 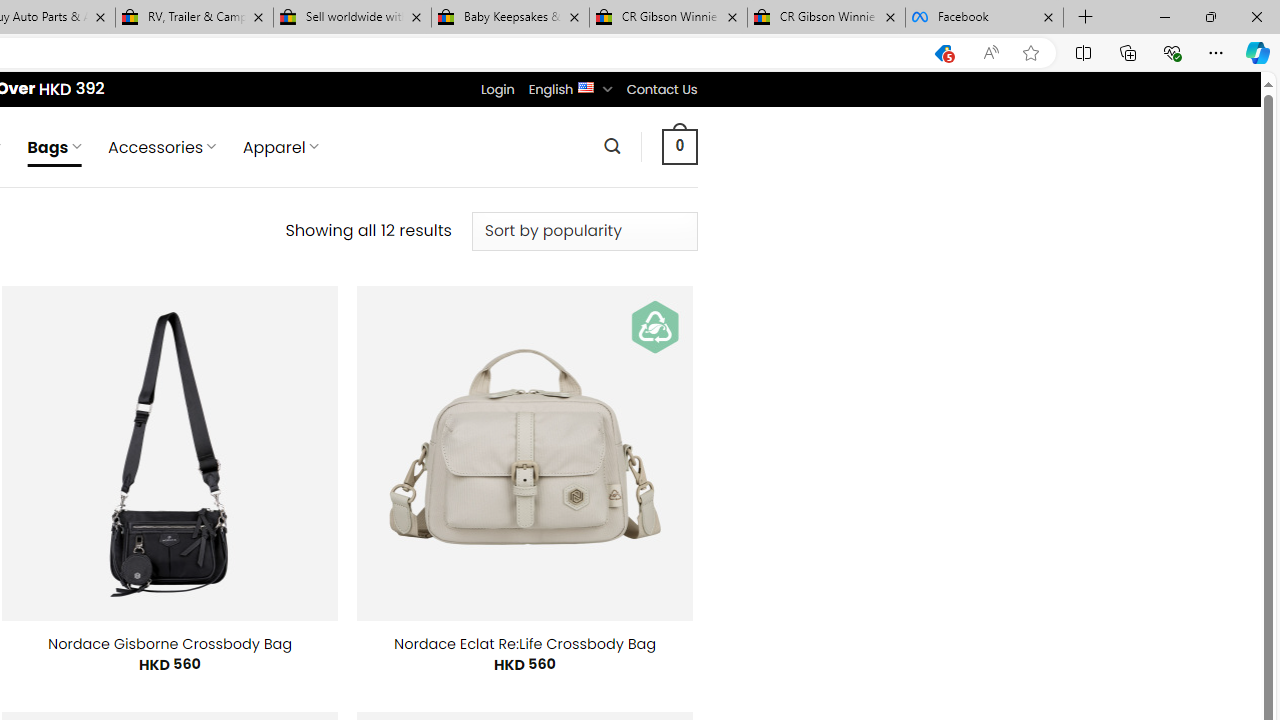 What do you see at coordinates (679, 145) in the screenshot?
I see `'  0  '` at bounding box center [679, 145].